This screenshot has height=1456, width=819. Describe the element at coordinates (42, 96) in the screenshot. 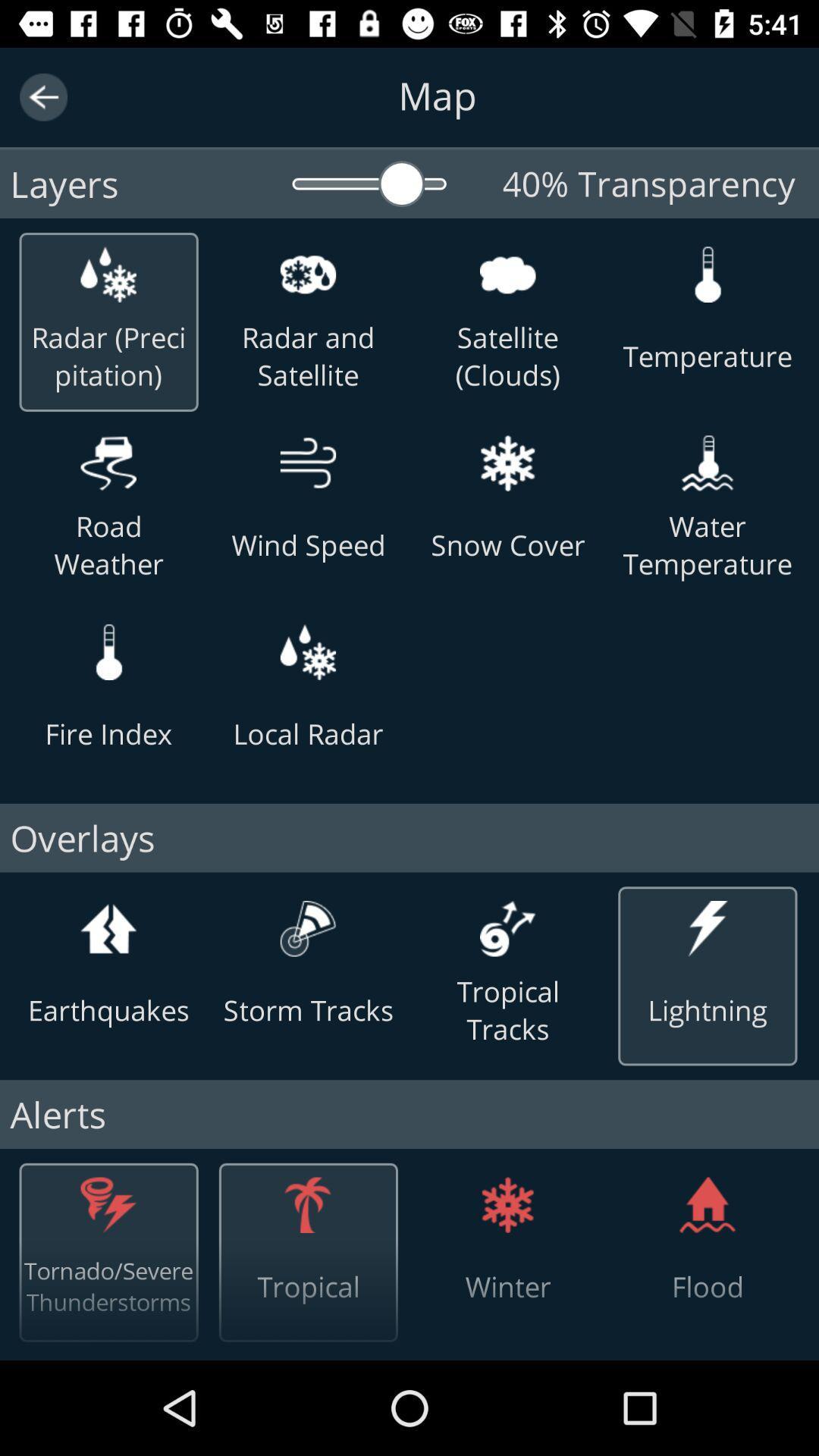

I see `the arrow_backward icon` at that location.